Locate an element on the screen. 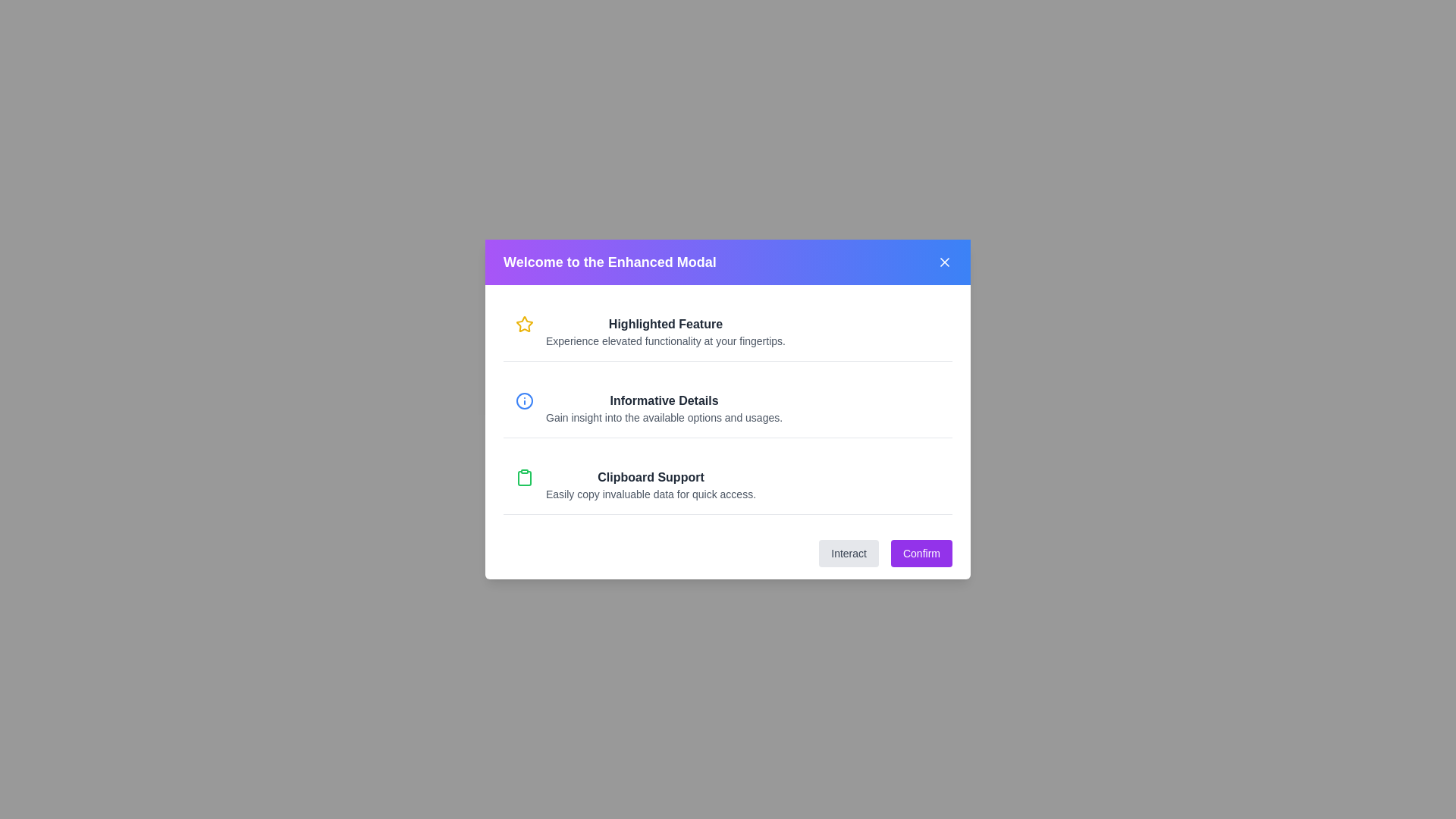 This screenshot has width=1456, height=819. the text block styled in smaller gray font that displays 'Easily copy invaluable data for quick access.' located below the 'Clipboard Support' heading with a green clipboard icon is located at coordinates (651, 494).